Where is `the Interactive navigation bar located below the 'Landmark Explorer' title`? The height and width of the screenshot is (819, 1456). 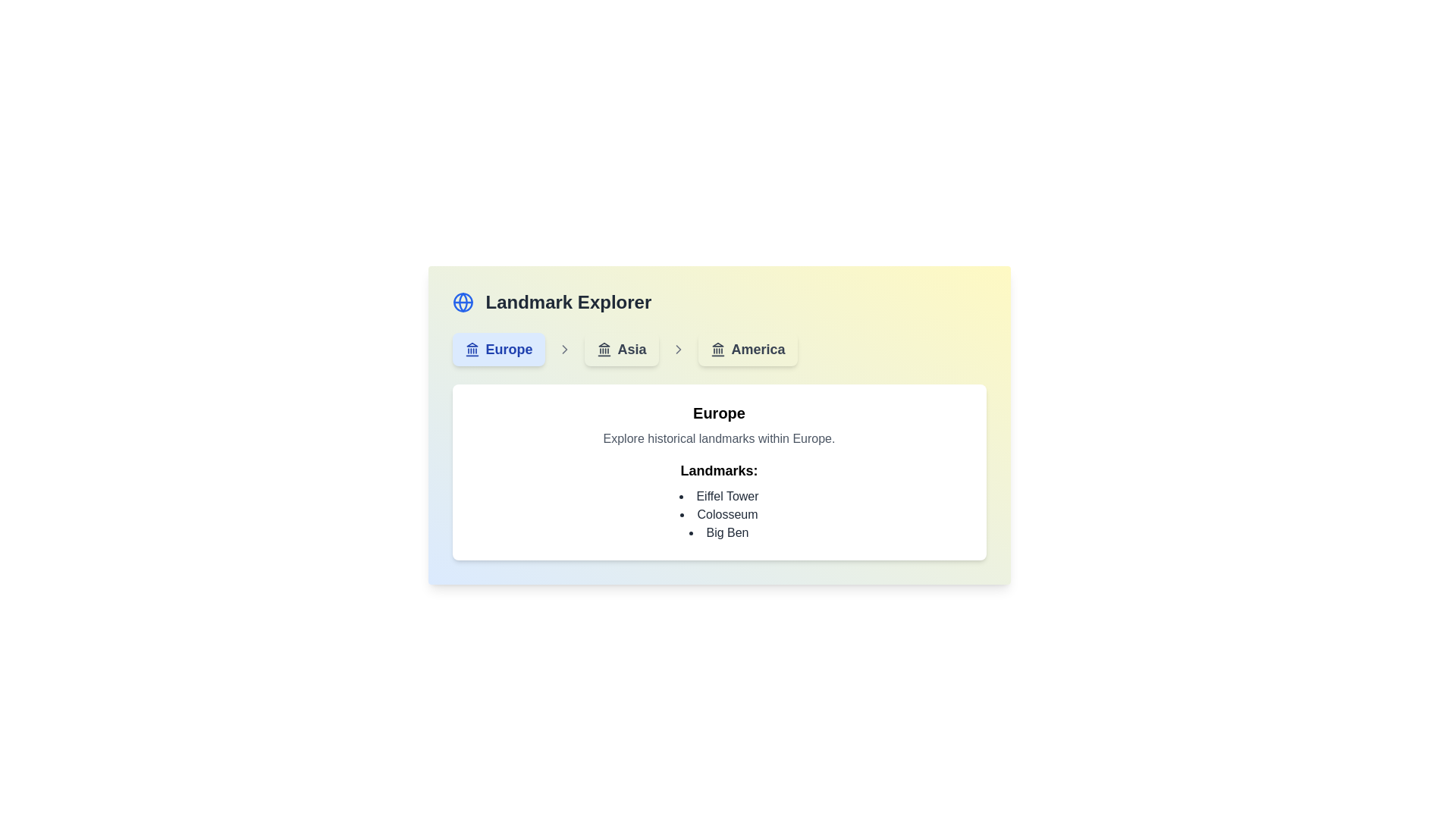
the Interactive navigation bar located below the 'Landmark Explorer' title is located at coordinates (718, 350).